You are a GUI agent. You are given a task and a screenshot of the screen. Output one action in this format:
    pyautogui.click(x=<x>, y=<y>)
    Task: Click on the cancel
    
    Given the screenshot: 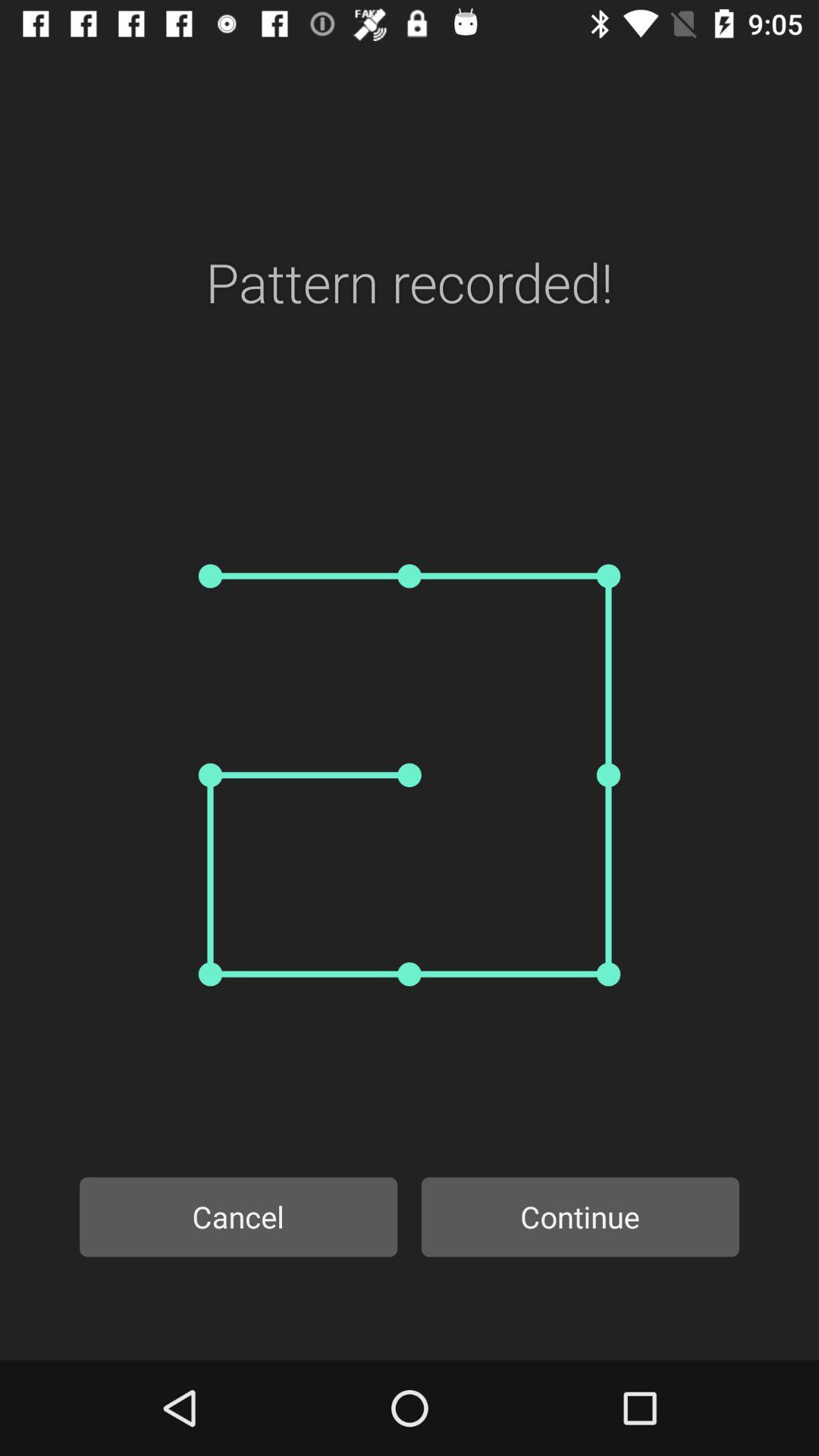 What is the action you would take?
    pyautogui.click(x=238, y=1216)
    